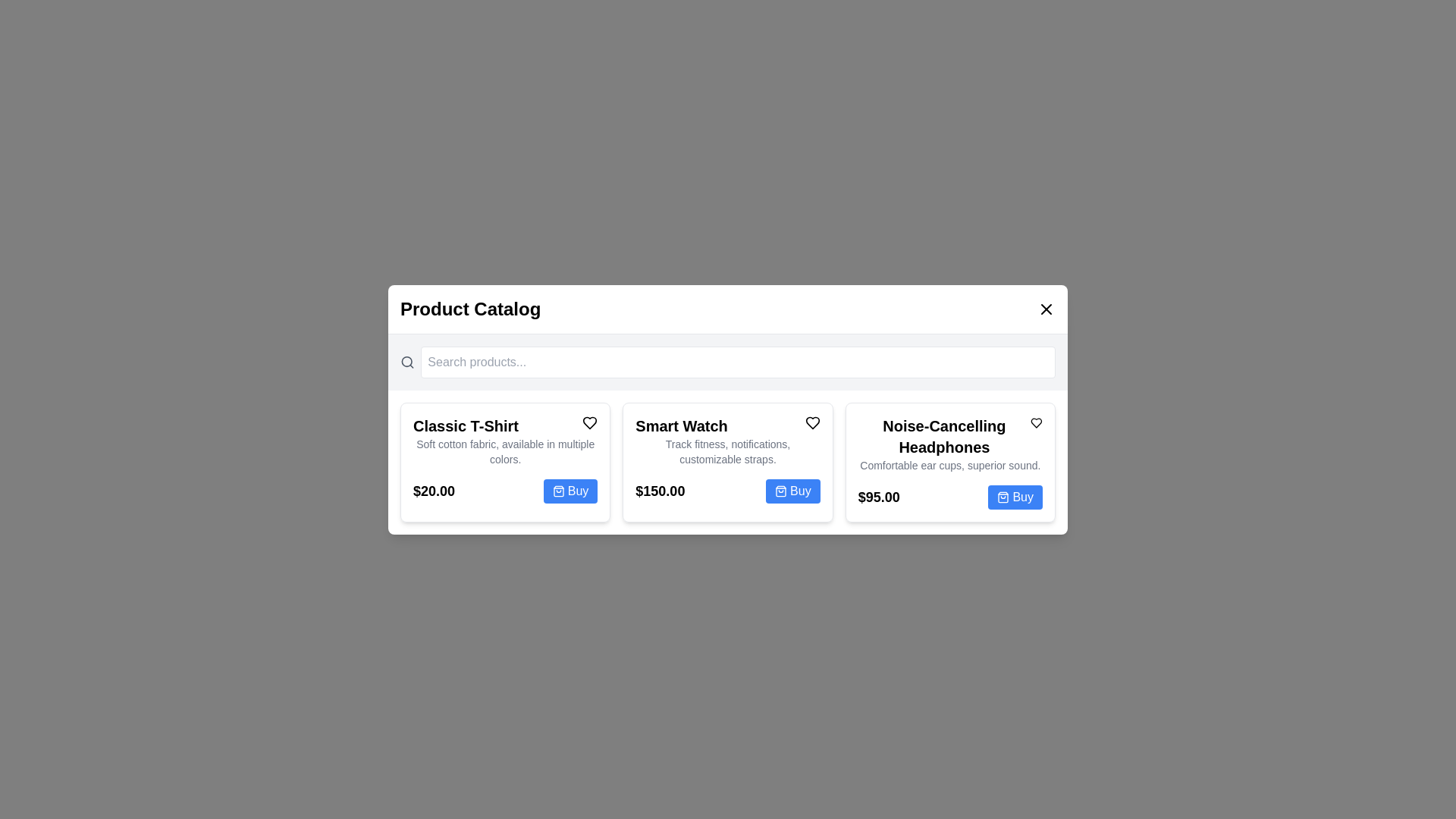  What do you see at coordinates (792, 491) in the screenshot?
I see `the 'Buy' button for the product 'Smart Watch' to add it to the shopping cart` at bounding box center [792, 491].